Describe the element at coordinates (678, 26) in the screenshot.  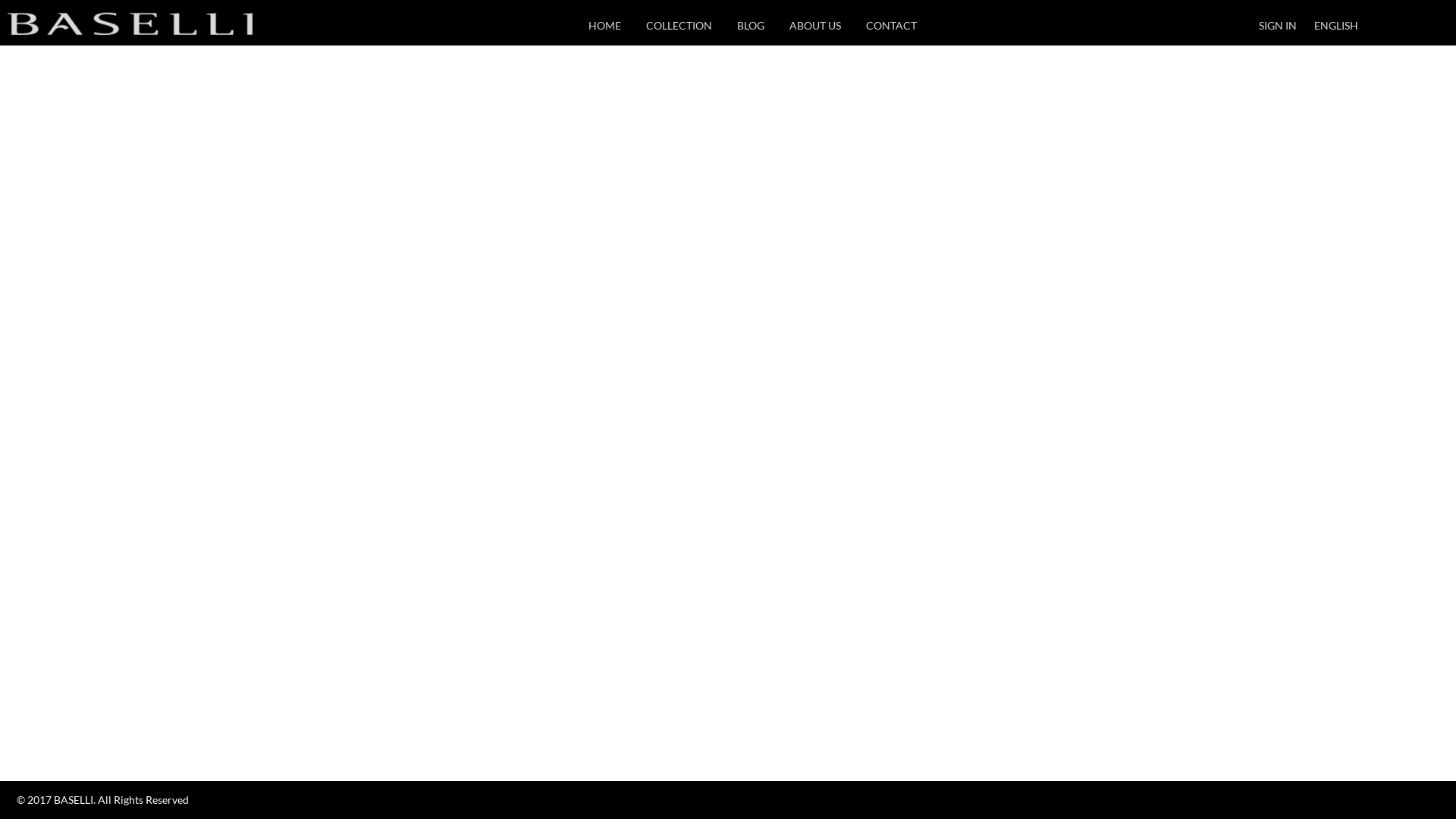
I see `'COLLECTION'` at that location.